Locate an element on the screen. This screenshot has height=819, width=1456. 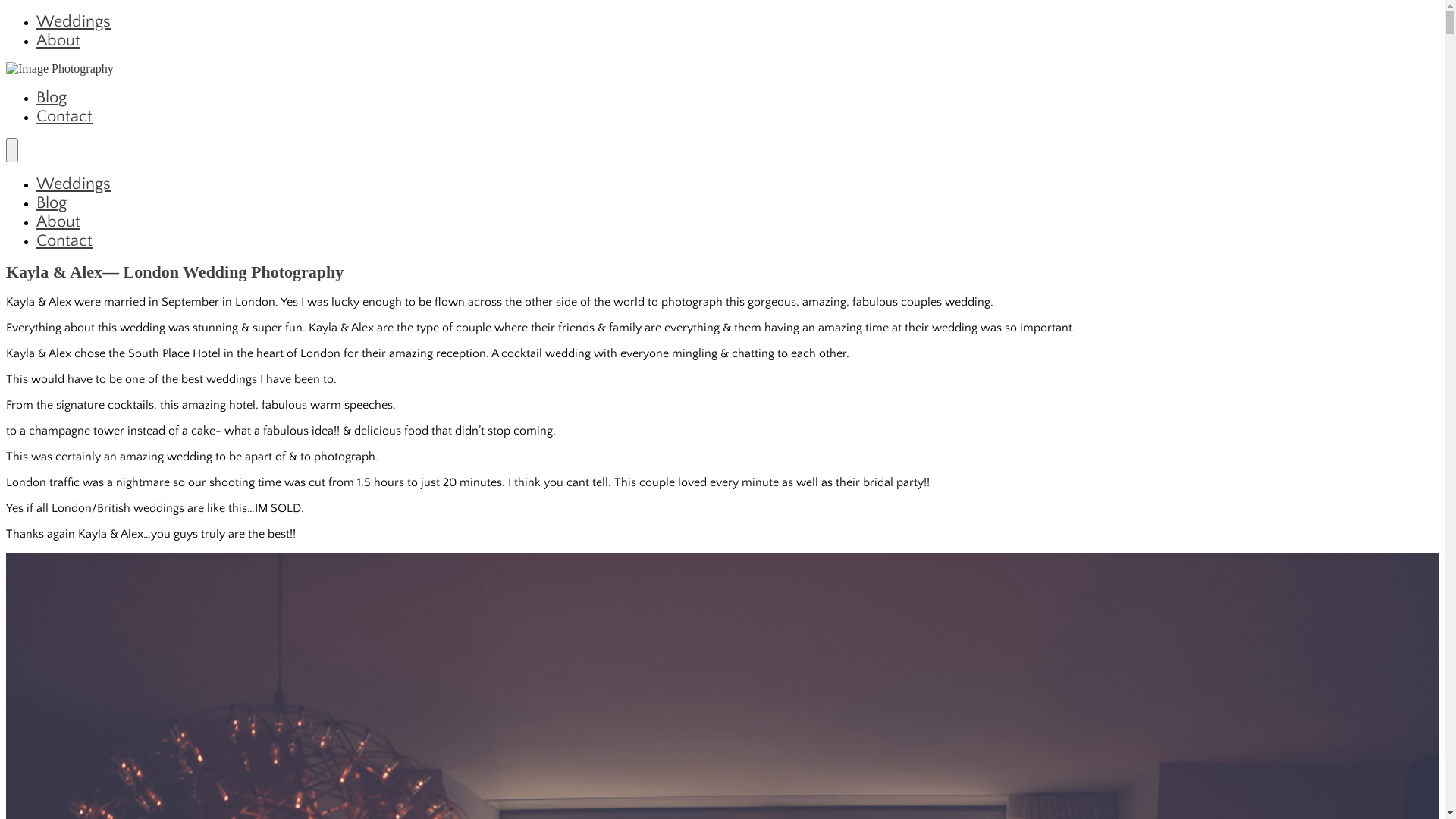
'Skip to content' is located at coordinates (5, 11).